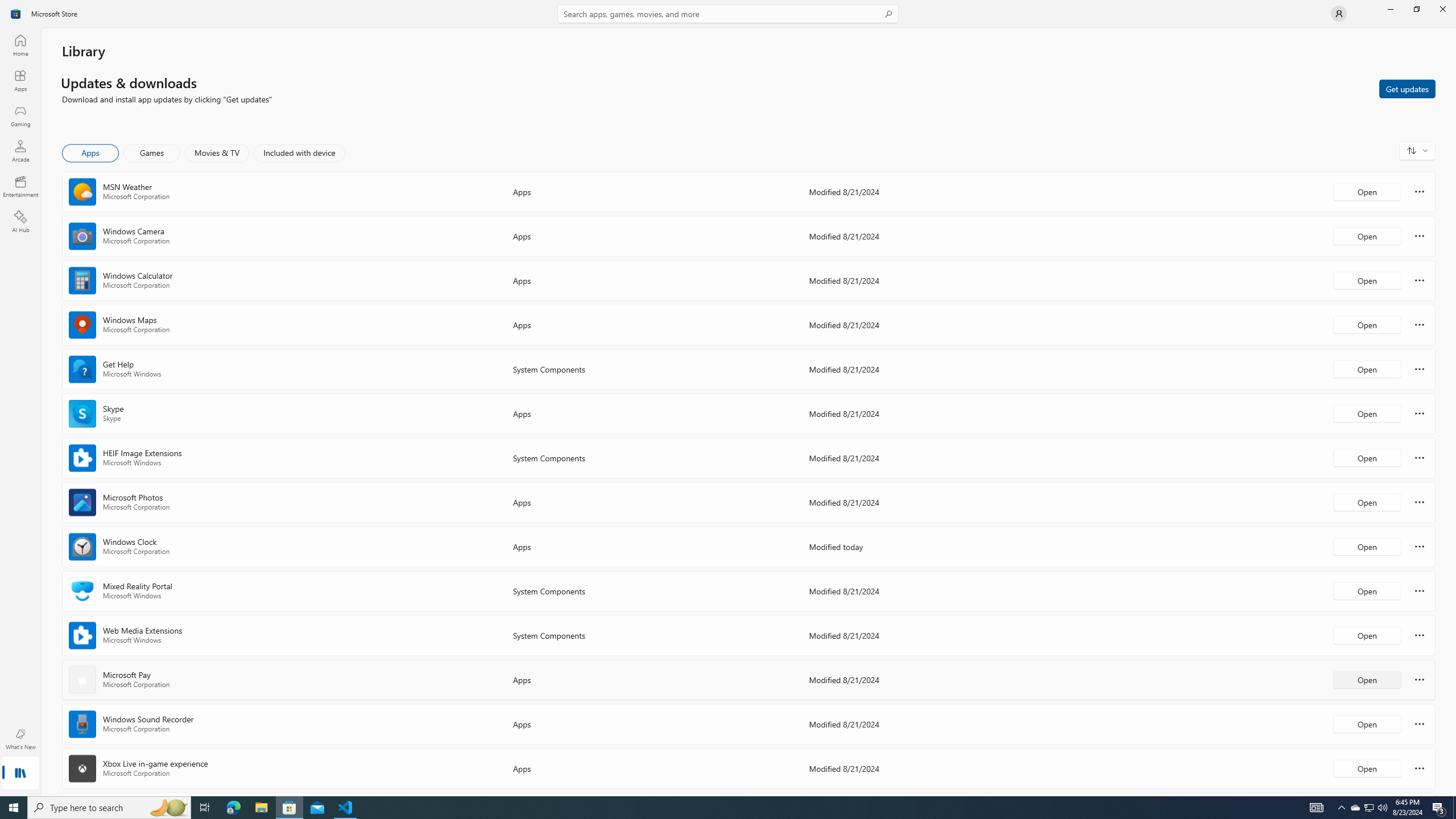 This screenshot has height=819, width=1456. What do you see at coordinates (1417, 150) in the screenshot?
I see `'Sort and filter'` at bounding box center [1417, 150].